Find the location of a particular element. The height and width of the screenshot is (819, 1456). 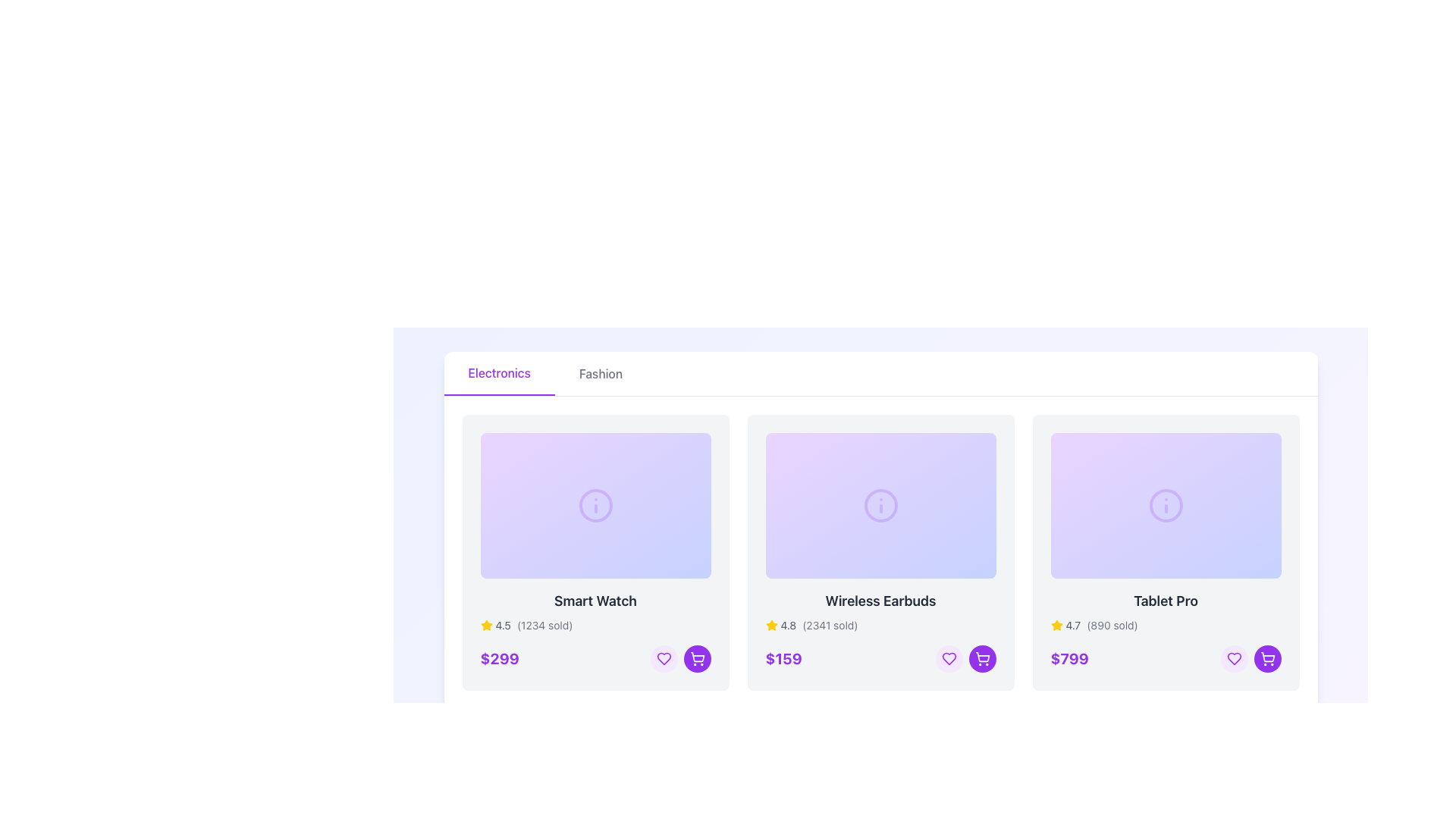

the star icon with a yellow fill that indicates the product rating, located to the left of the rating text '4.5' and sales text '(1234 sold)', part of the product information box for the first product in the row is located at coordinates (486, 626).